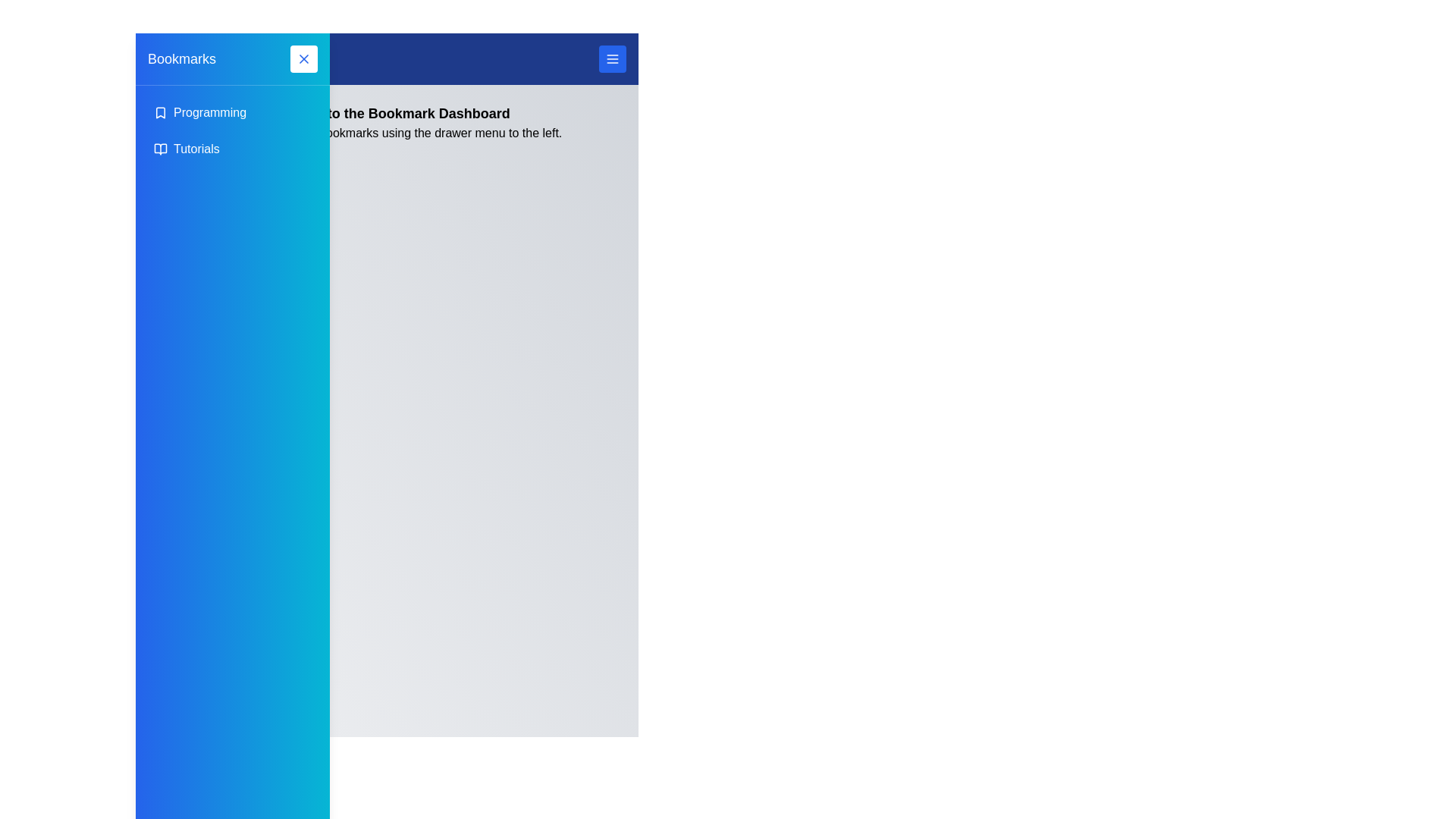  Describe the element at coordinates (160, 112) in the screenshot. I see `the blue vertically oriented bookmark icon located in the sidebar near the 'Programming' label` at that location.